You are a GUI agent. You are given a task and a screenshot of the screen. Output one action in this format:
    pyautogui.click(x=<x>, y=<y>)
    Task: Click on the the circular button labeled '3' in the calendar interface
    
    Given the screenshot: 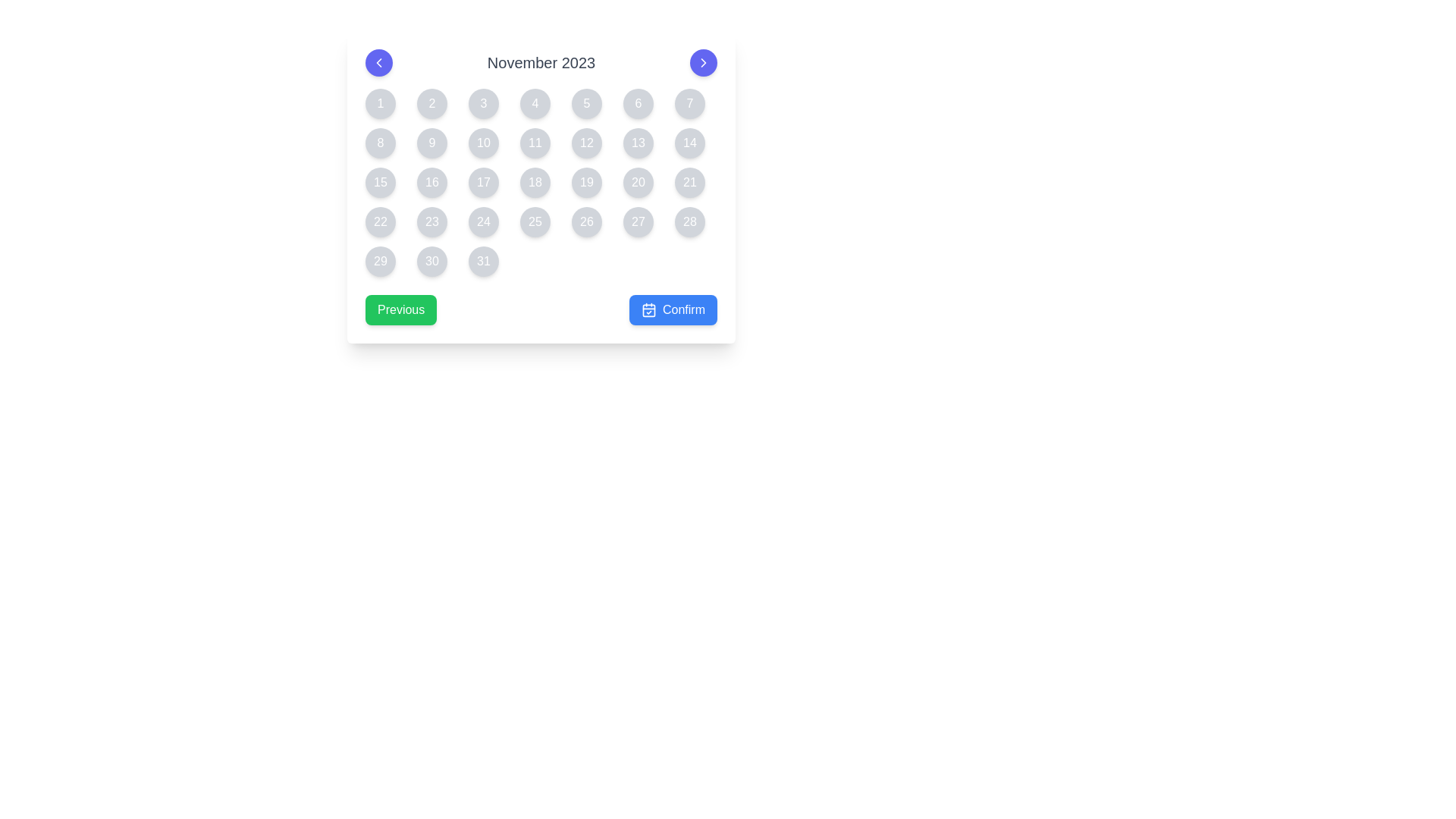 What is the action you would take?
    pyautogui.click(x=483, y=103)
    